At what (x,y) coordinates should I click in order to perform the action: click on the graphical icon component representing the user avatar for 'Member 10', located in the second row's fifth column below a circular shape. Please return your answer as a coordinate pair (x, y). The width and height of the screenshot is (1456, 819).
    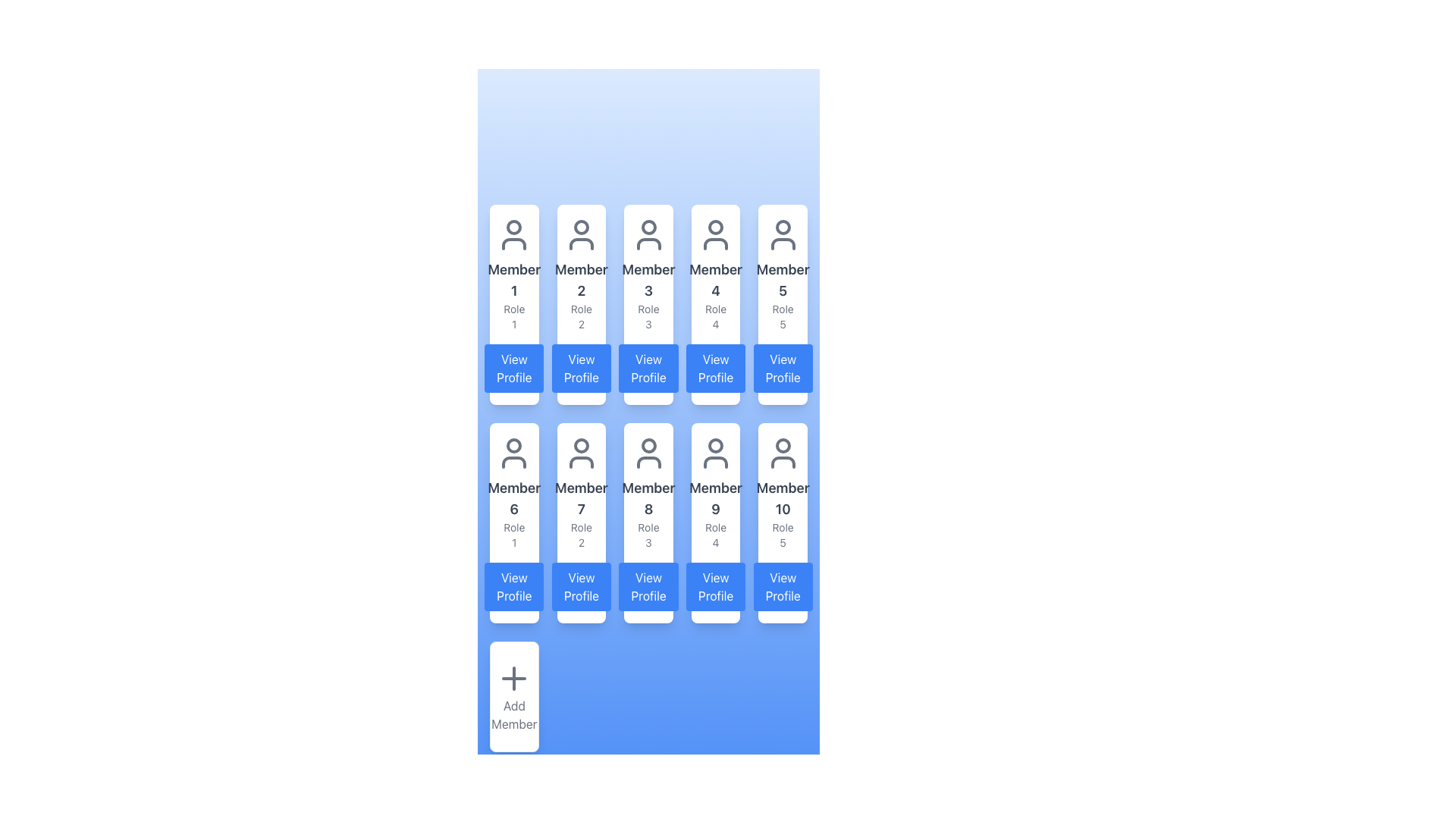
    Looking at the image, I should click on (783, 461).